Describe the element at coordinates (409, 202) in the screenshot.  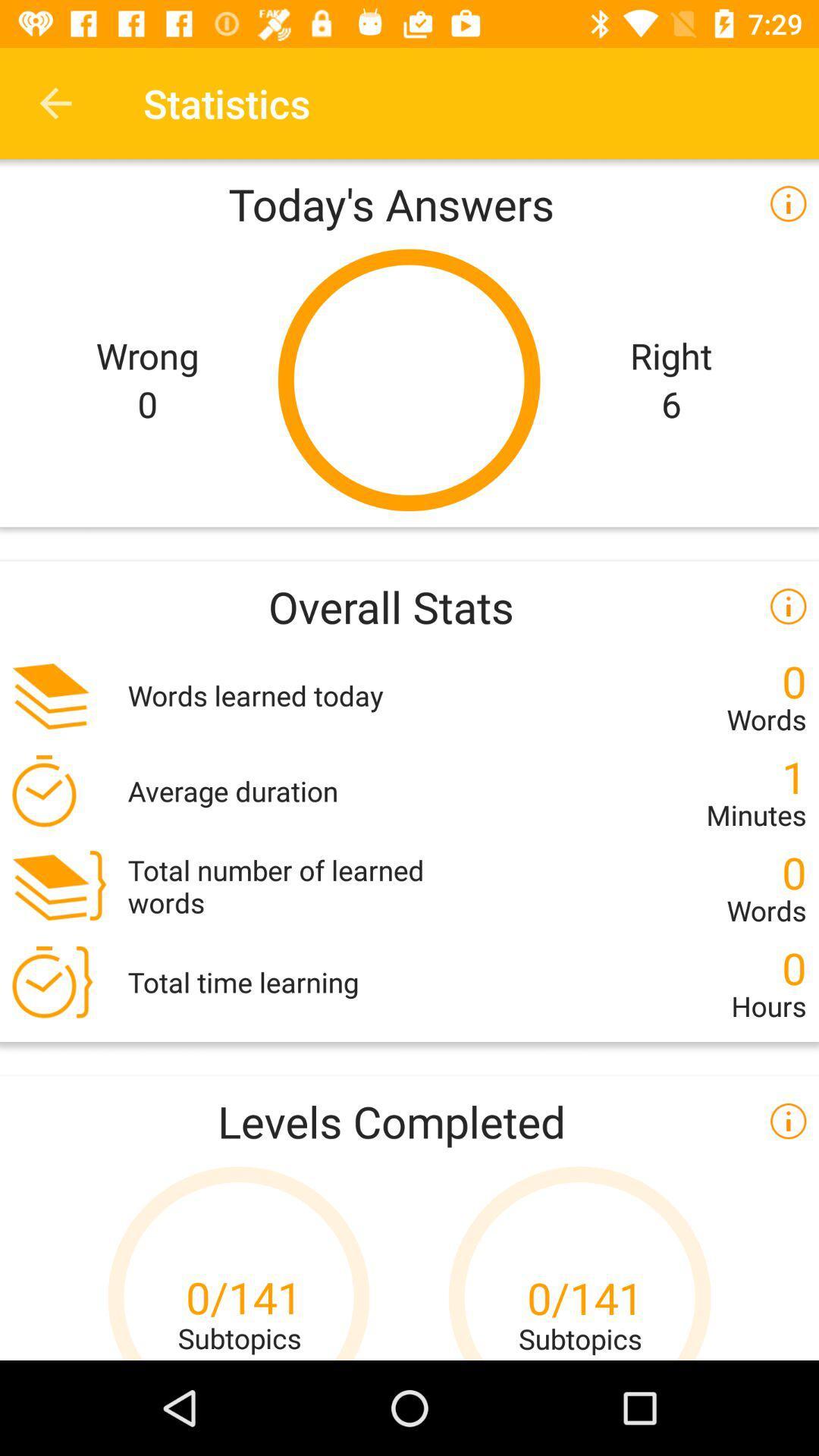
I see `today's answers` at that location.